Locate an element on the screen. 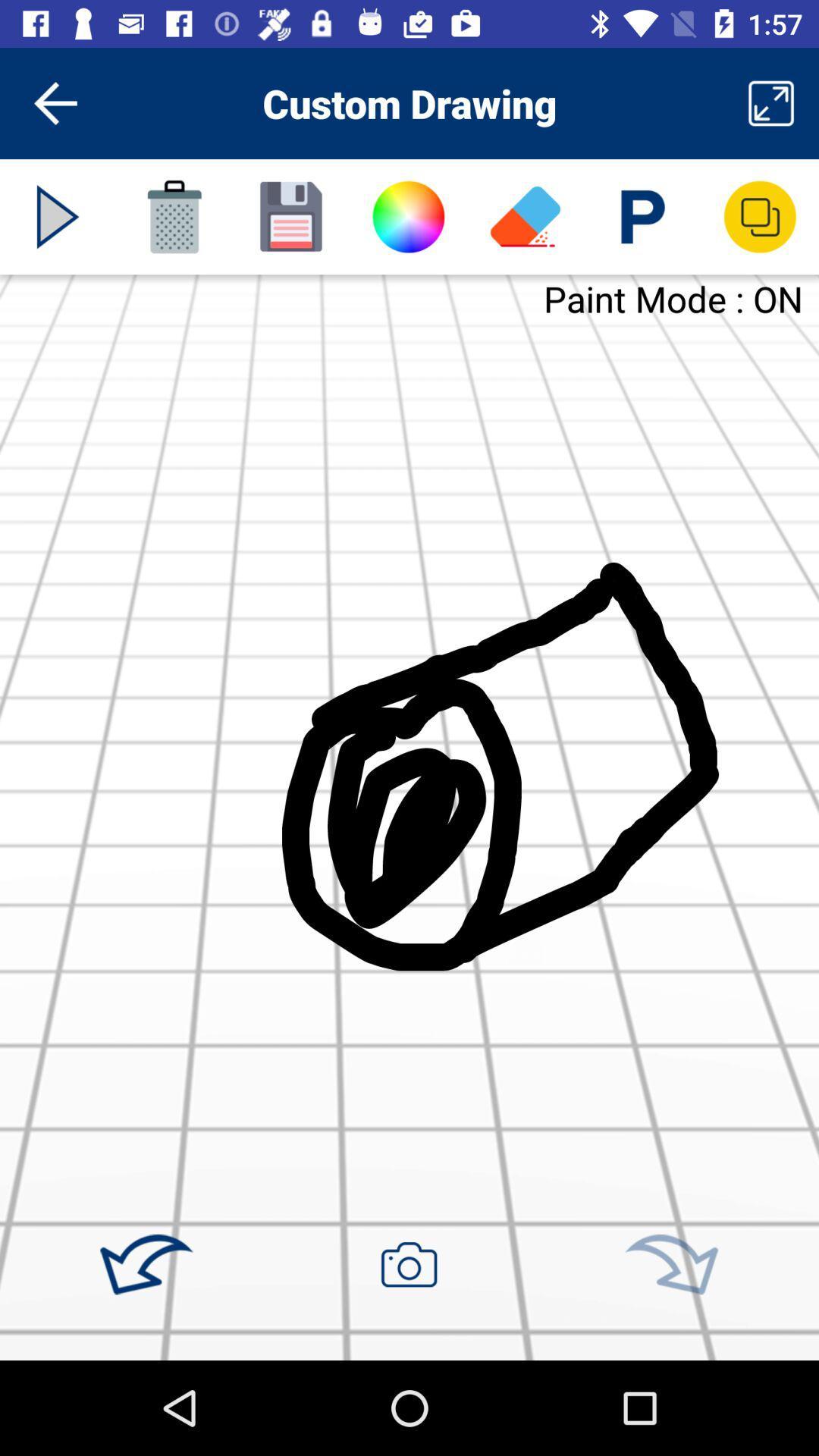 The width and height of the screenshot is (819, 1456). rotate view is located at coordinates (670, 1265).